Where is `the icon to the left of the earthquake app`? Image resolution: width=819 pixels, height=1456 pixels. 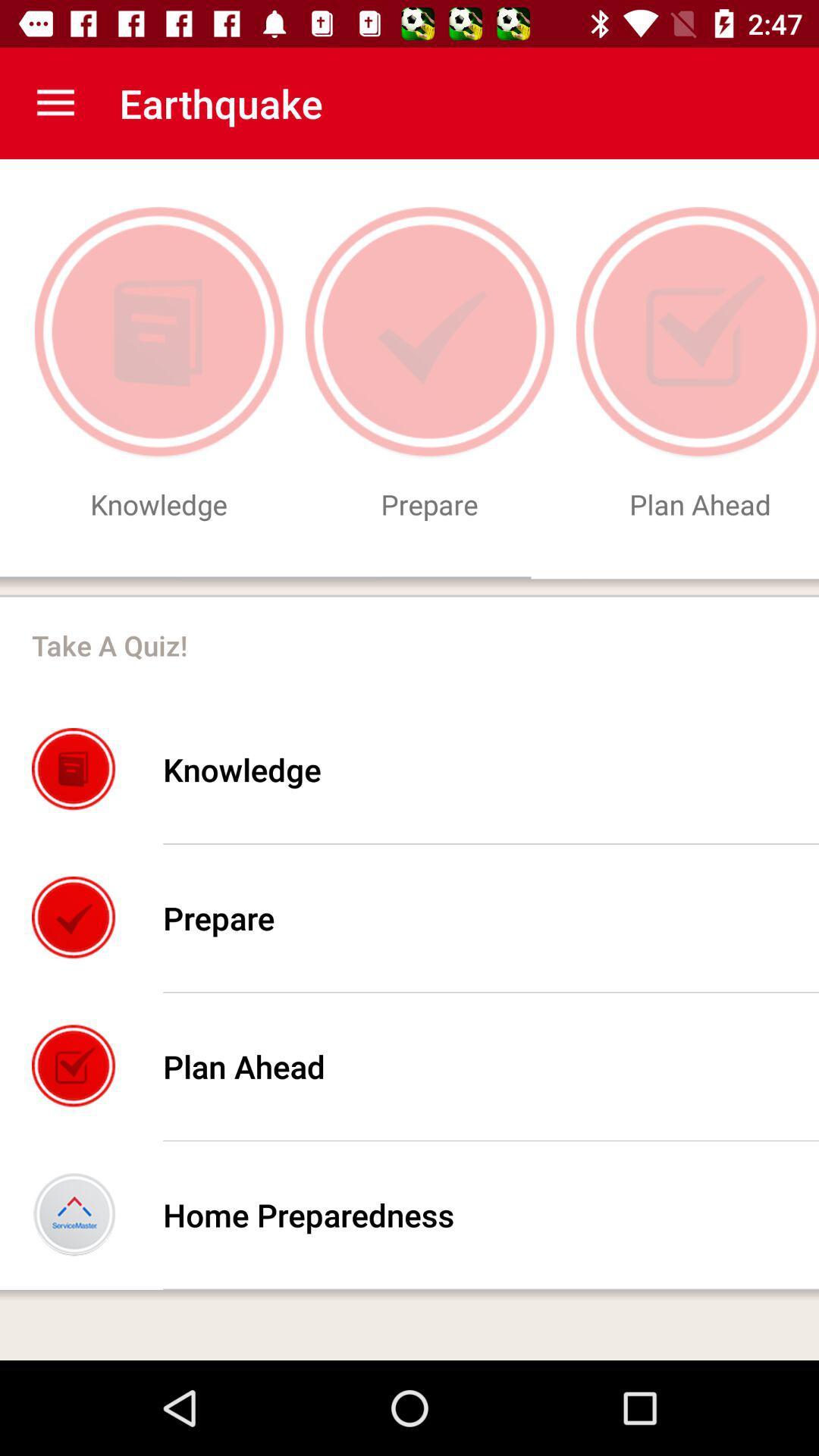 the icon to the left of the earthquake app is located at coordinates (55, 102).